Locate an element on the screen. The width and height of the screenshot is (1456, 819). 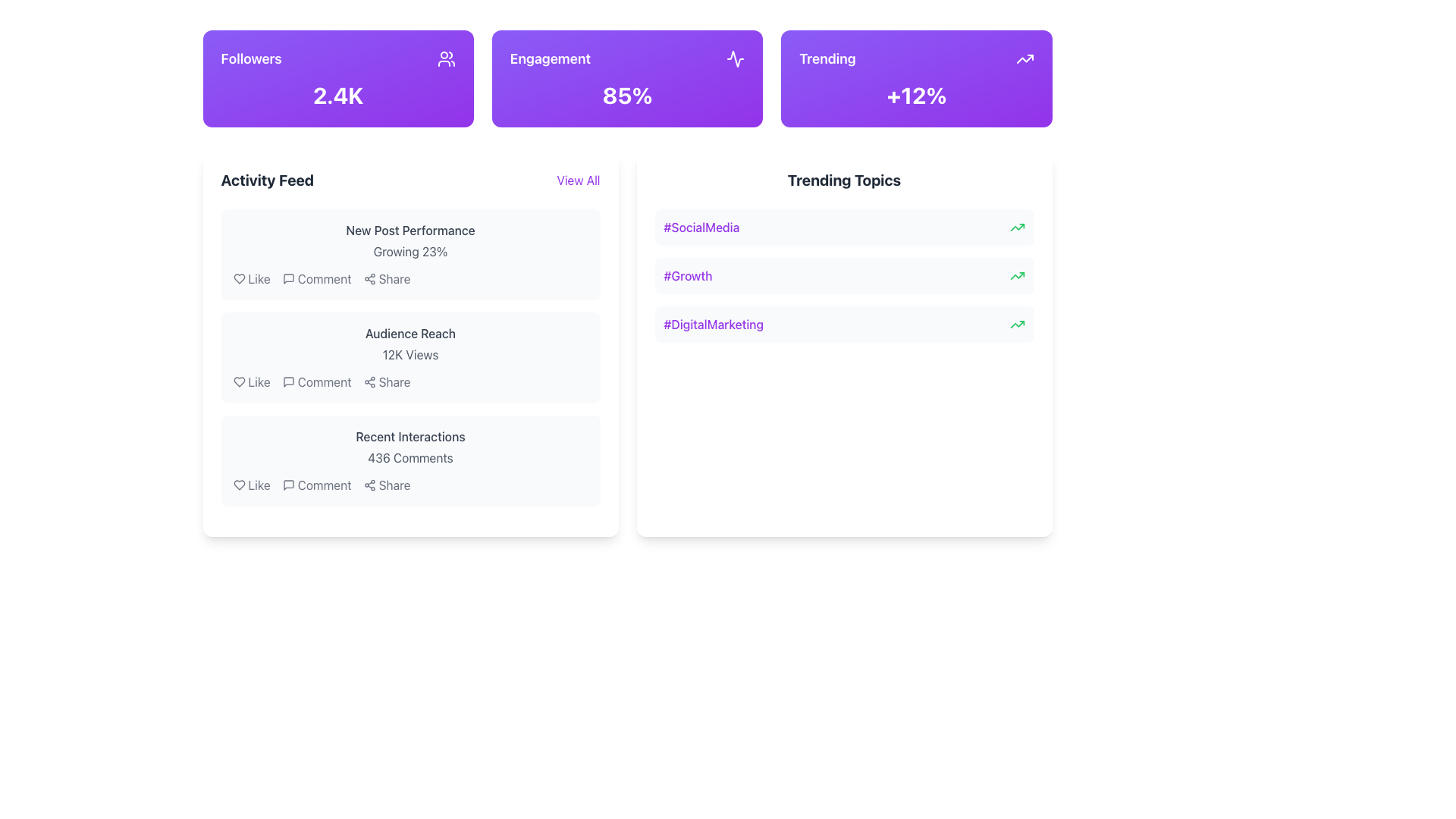
the leftmost SVG graphic icon representing the 'Comment' action, which is part of the 'Comment' button group located below the 'Recent Interactions' section in the activity feed is located at coordinates (288, 485).